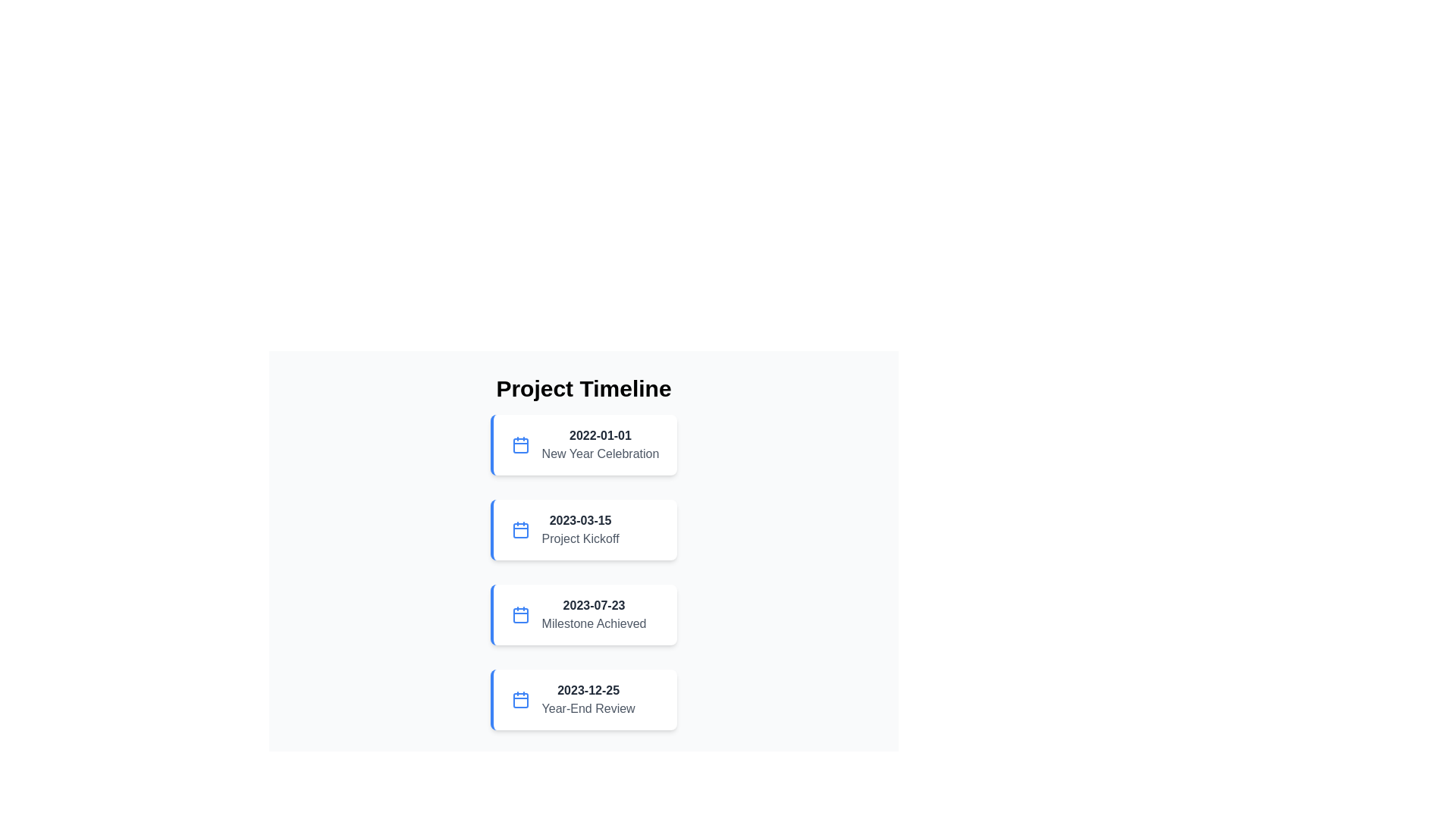 The width and height of the screenshot is (1456, 819). What do you see at coordinates (585, 529) in the screenshot?
I see `the event date and title composite element displaying '2023-03-15' and 'Project Kickoff', which is the second entry in the vertical list of event cards` at bounding box center [585, 529].